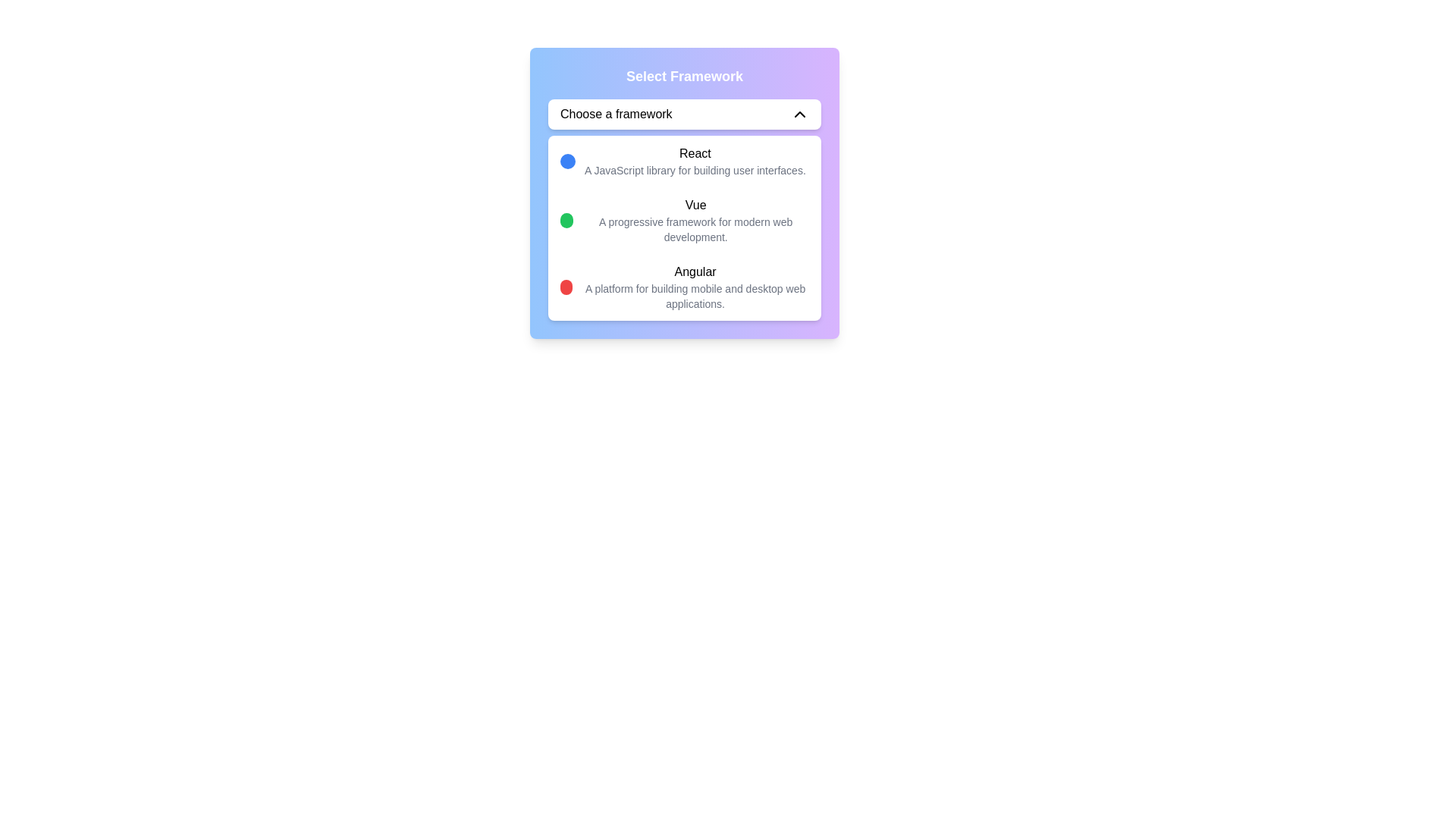 The width and height of the screenshot is (1456, 819). What do you see at coordinates (694, 271) in the screenshot?
I see `text of the Angular framework label located in the selection list, which is positioned third below the 'Vue' option and above its description text` at bounding box center [694, 271].